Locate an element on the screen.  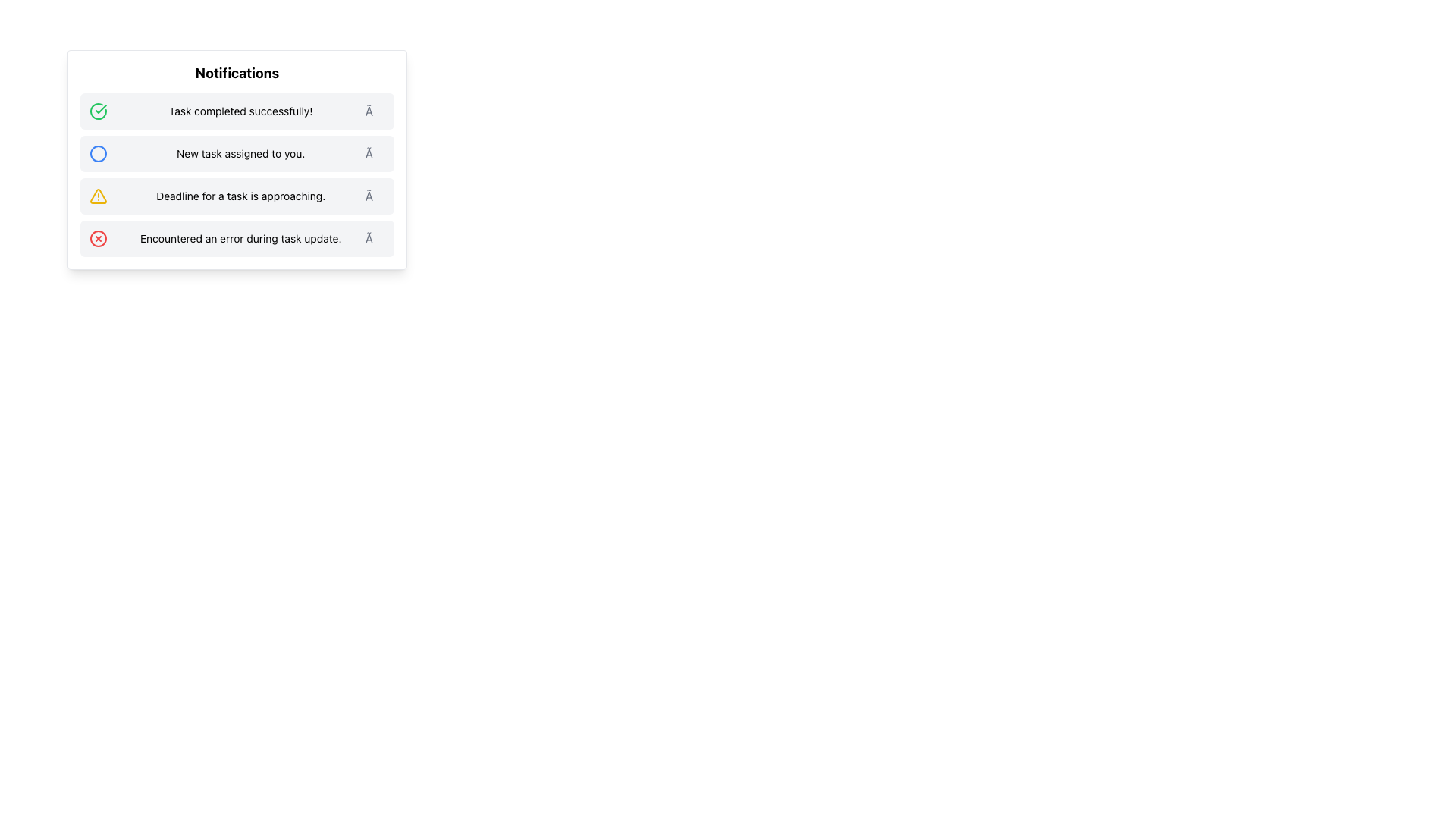
the dismiss button with the character '×' in the 'Task completed successfully!' notification message bar is located at coordinates (375, 110).